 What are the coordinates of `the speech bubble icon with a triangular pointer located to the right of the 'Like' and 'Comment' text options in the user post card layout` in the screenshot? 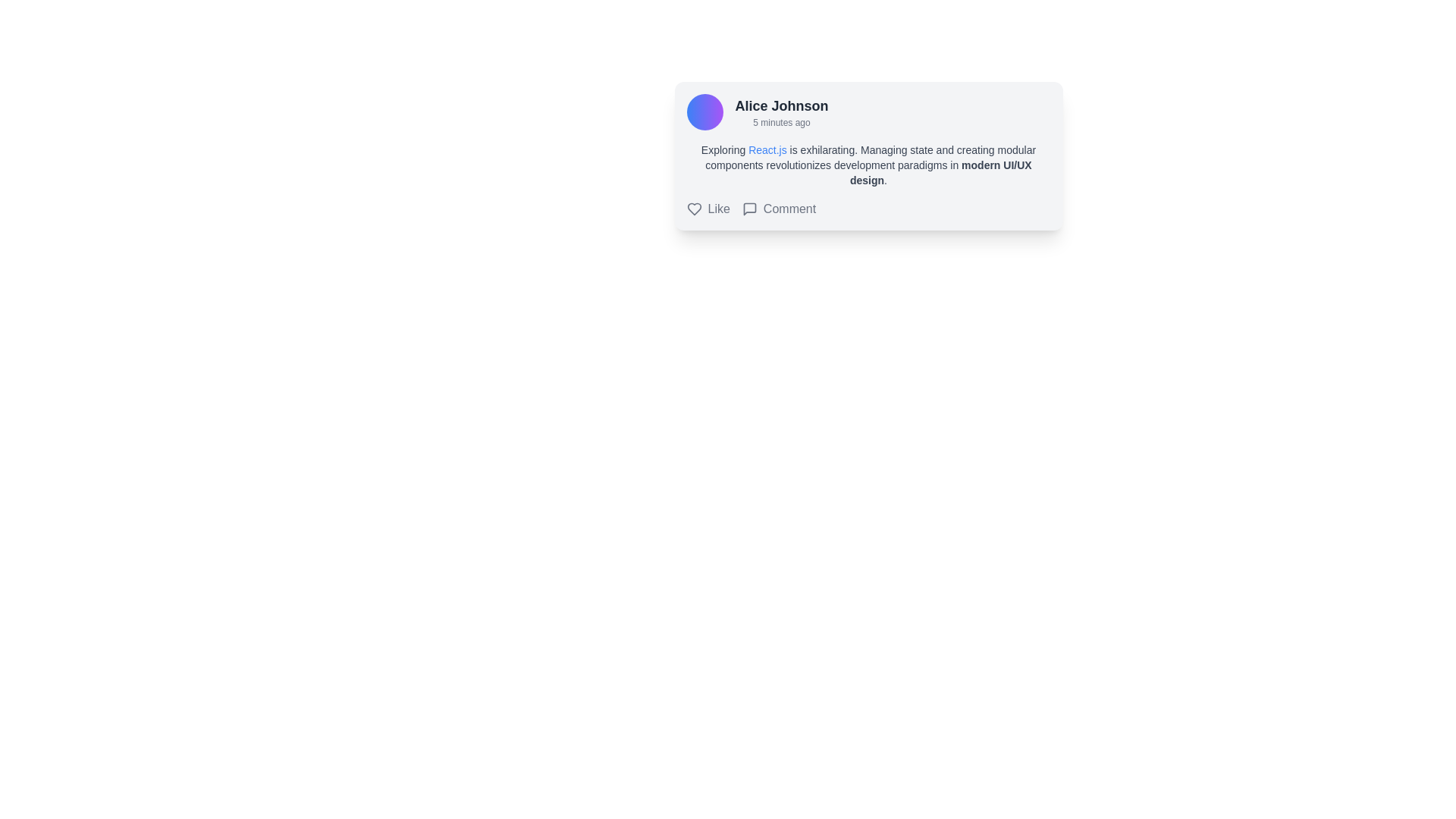 It's located at (749, 209).